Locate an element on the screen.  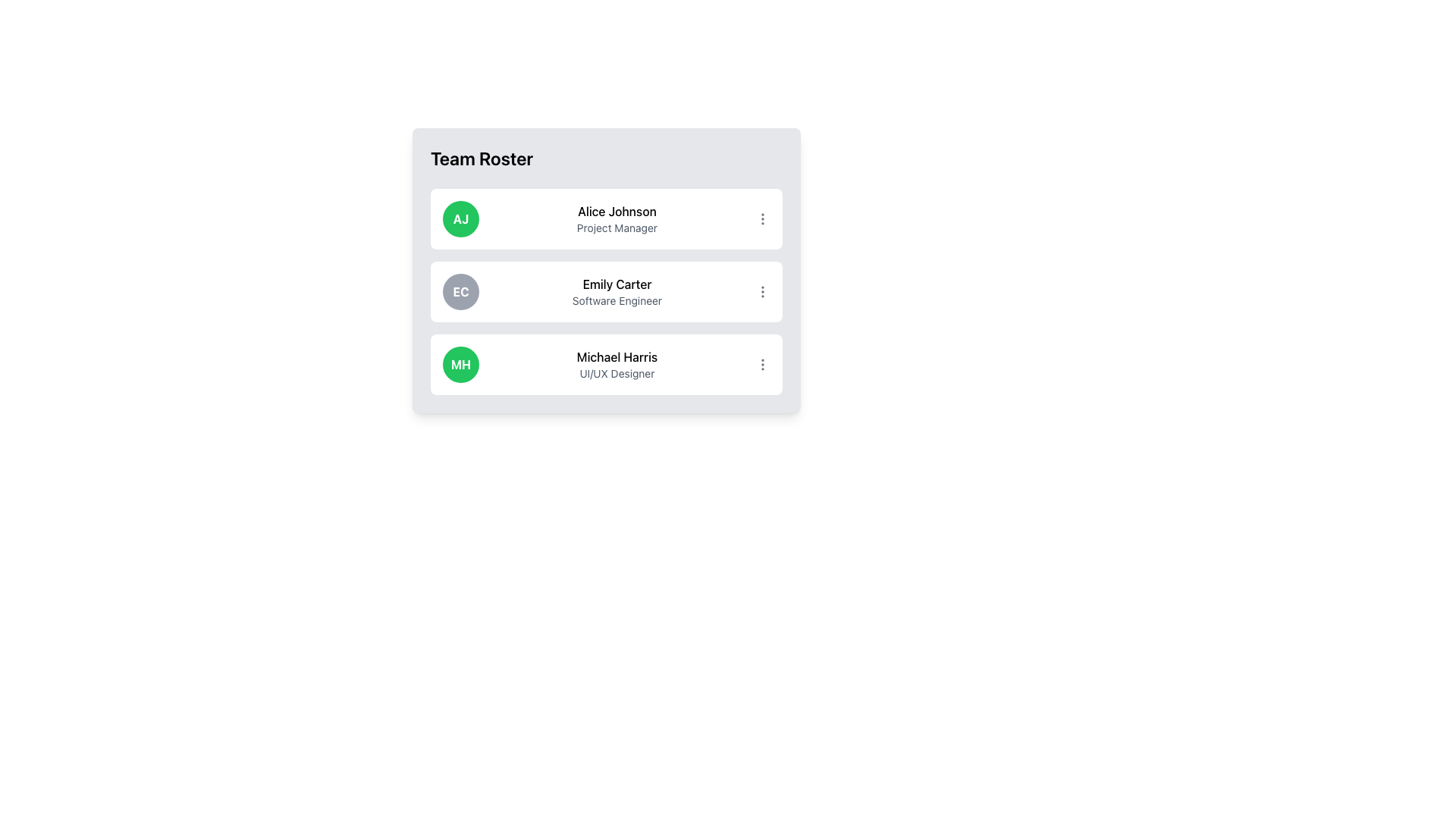
the profile card for the individual in the team roster located below 'Emily Carter' and 'Alice Johnson' is located at coordinates (607, 365).